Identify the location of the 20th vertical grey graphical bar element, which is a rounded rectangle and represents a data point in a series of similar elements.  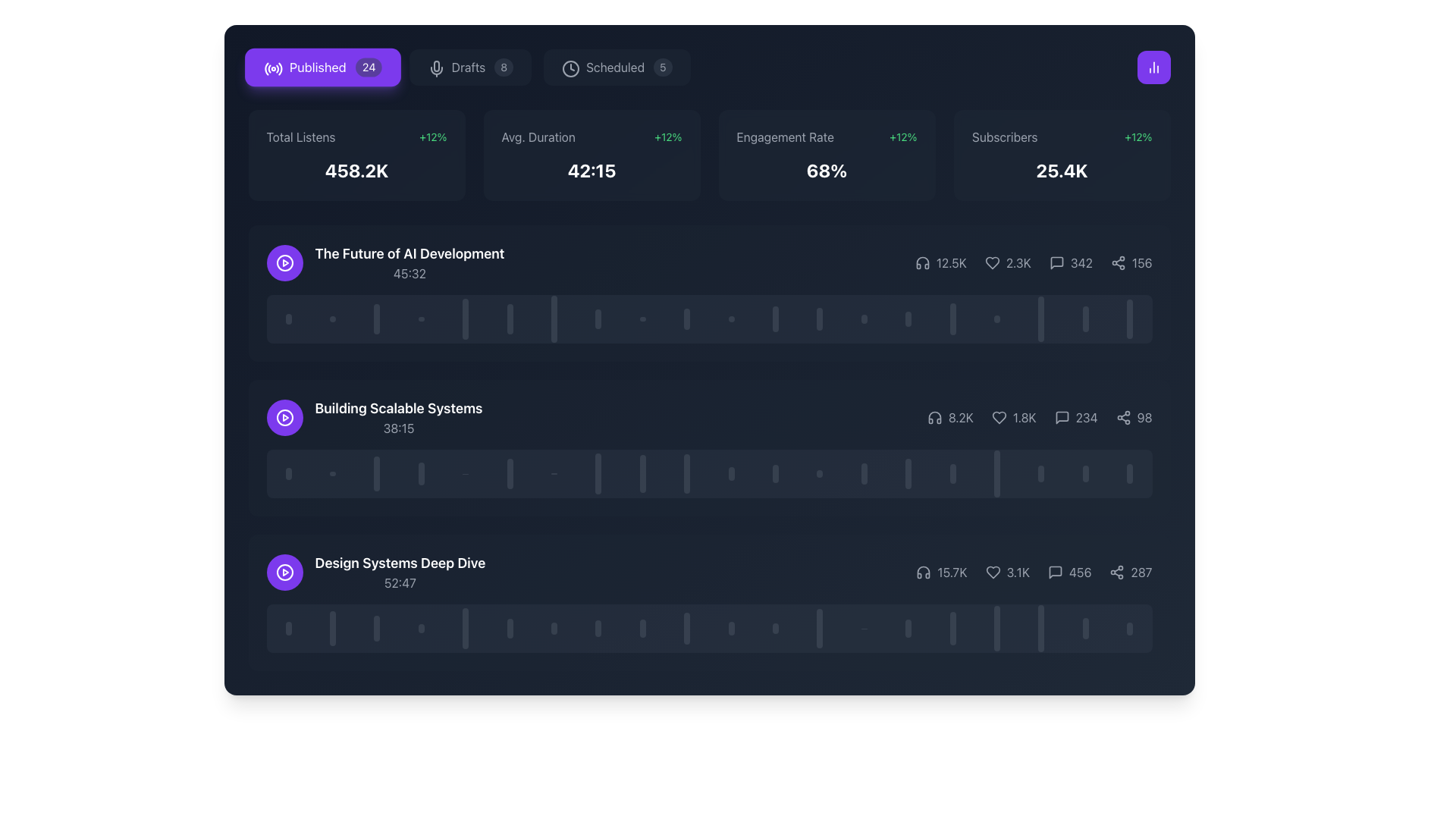
(1130, 318).